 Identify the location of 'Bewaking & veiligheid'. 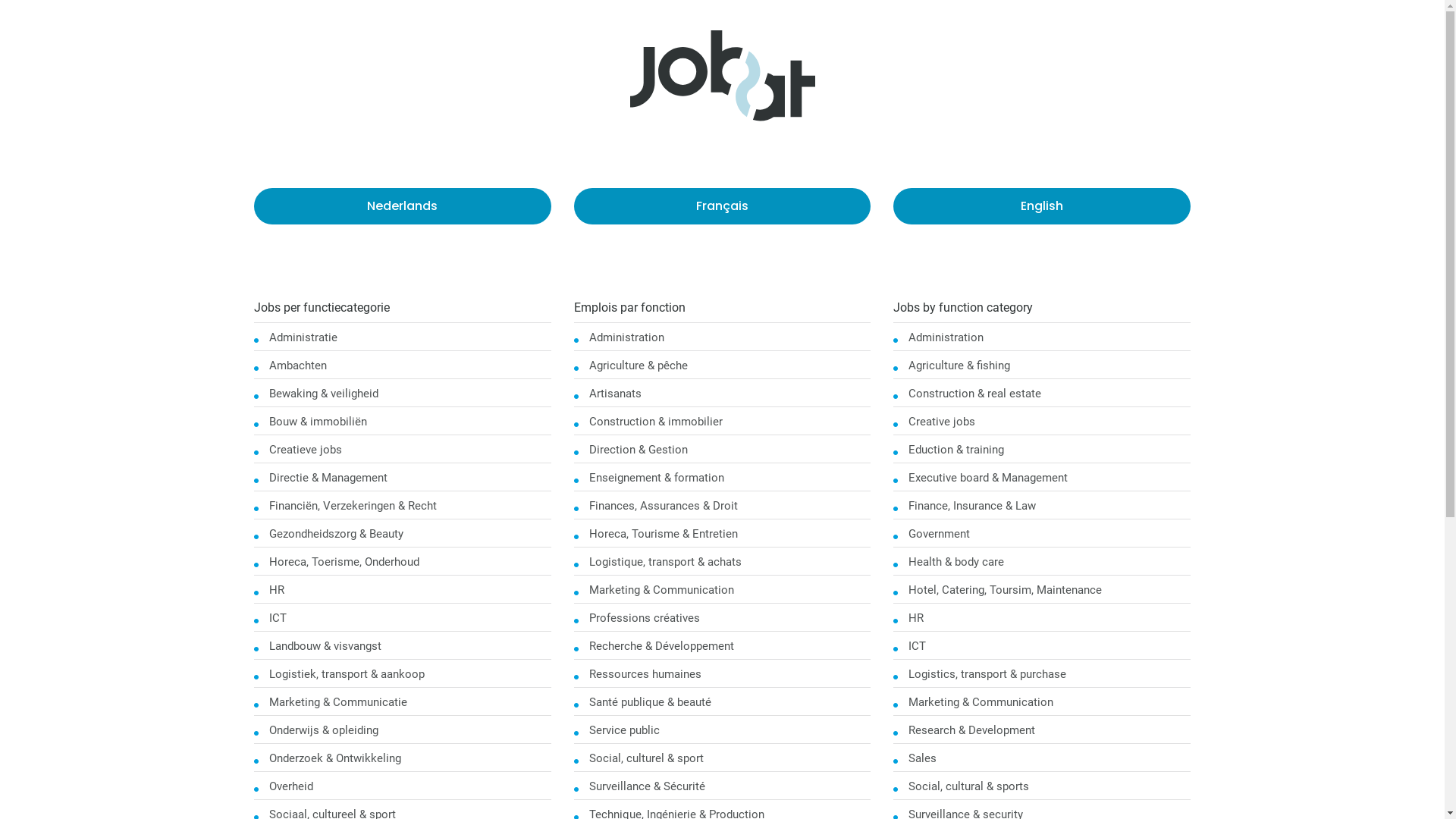
(323, 393).